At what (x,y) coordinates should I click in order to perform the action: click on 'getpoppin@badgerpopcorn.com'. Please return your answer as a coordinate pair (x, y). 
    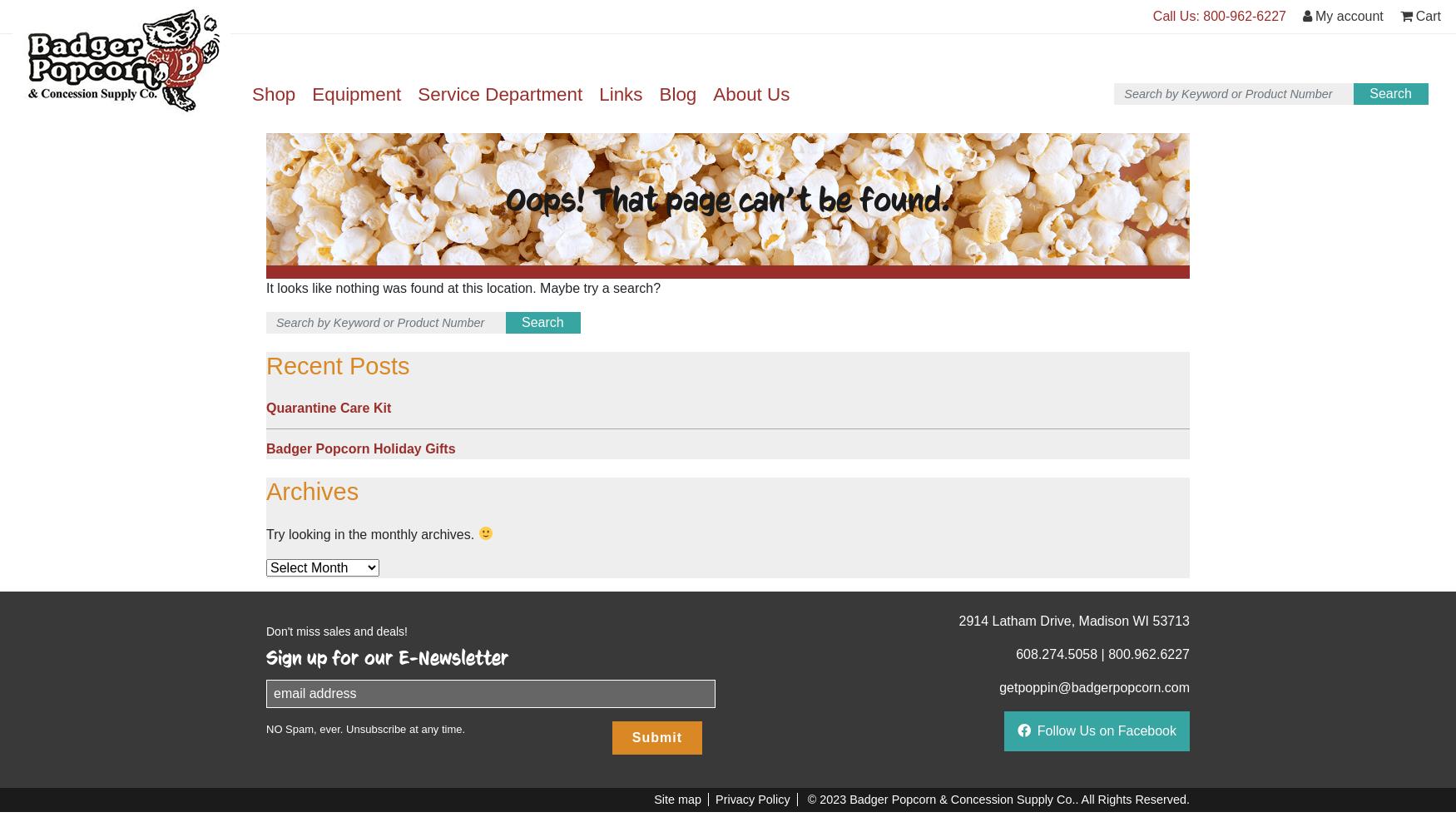
    Looking at the image, I should click on (1094, 686).